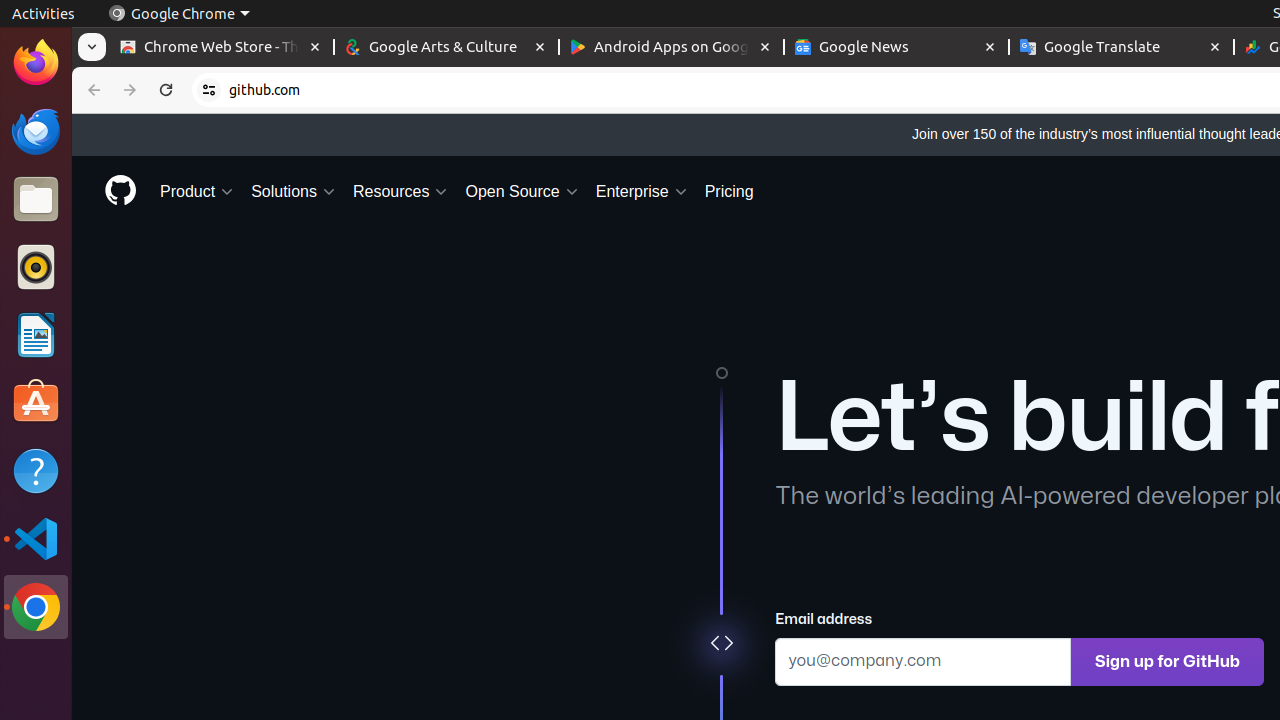  I want to click on 'Thunderbird Mail', so click(35, 130).